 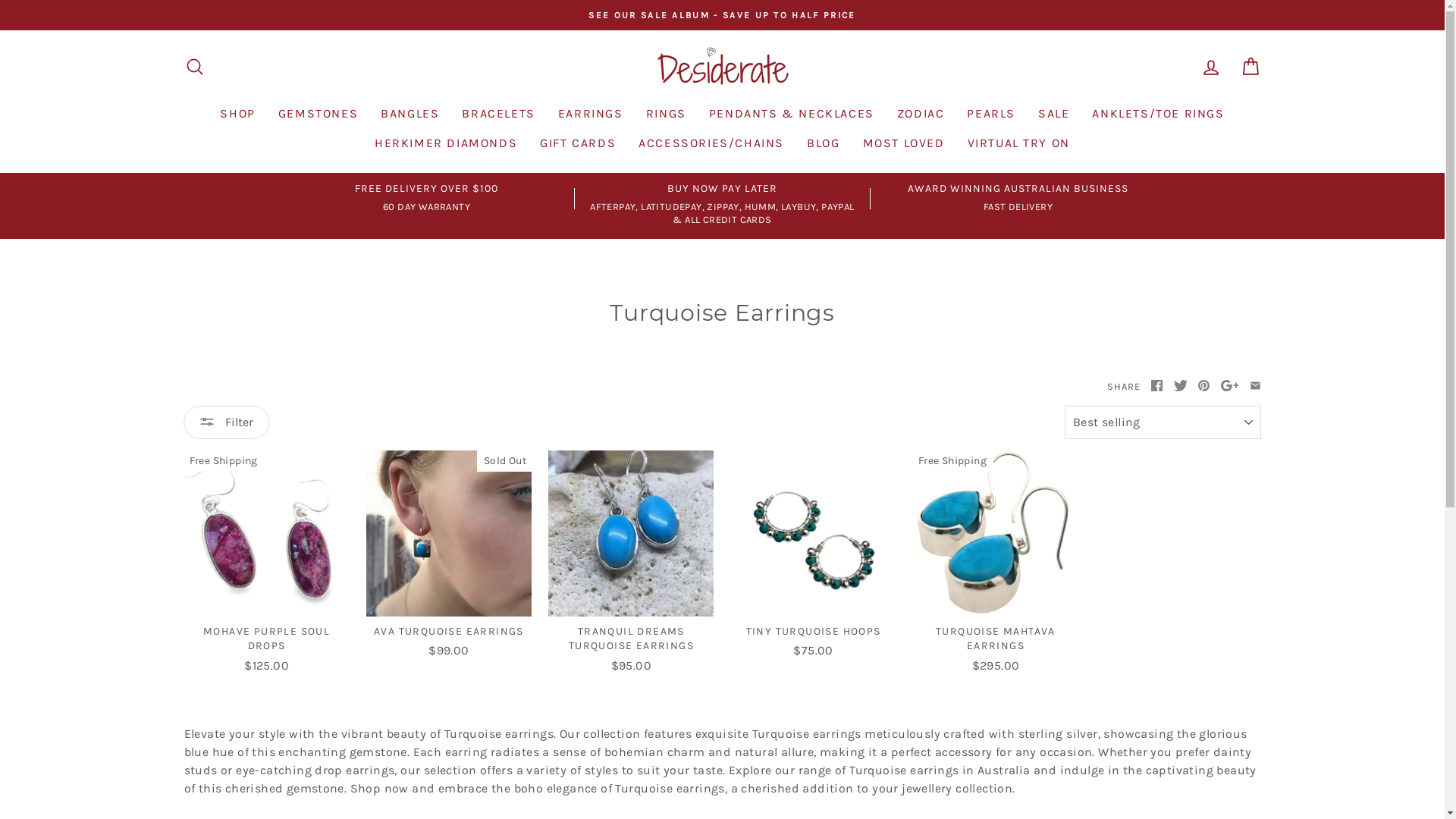 I want to click on 'ACCESSORIES/CHAINS', so click(x=710, y=143).